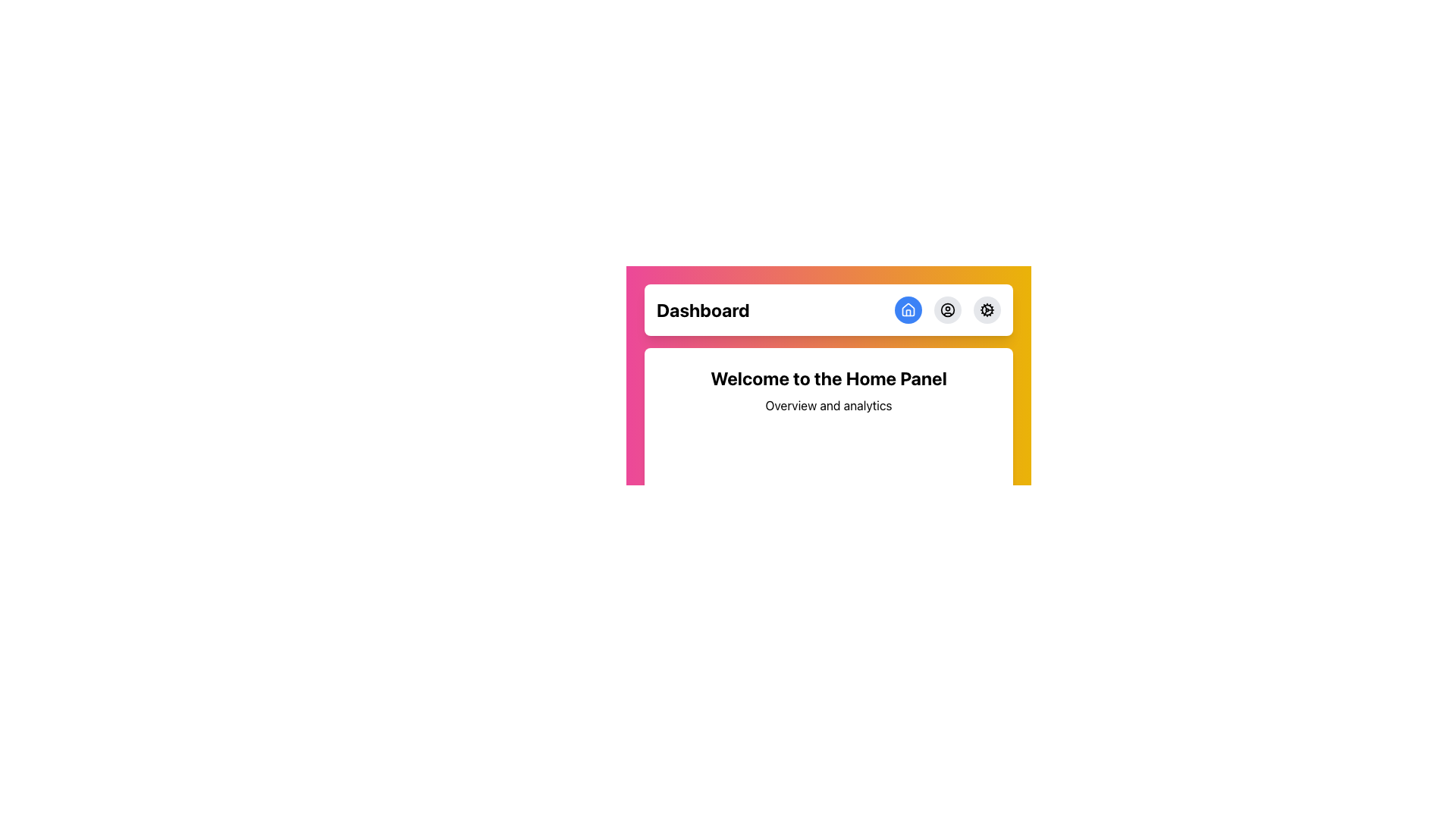 This screenshot has height=819, width=1456. Describe the element at coordinates (828, 377) in the screenshot. I see `the bold heading 'Welcome` at that location.